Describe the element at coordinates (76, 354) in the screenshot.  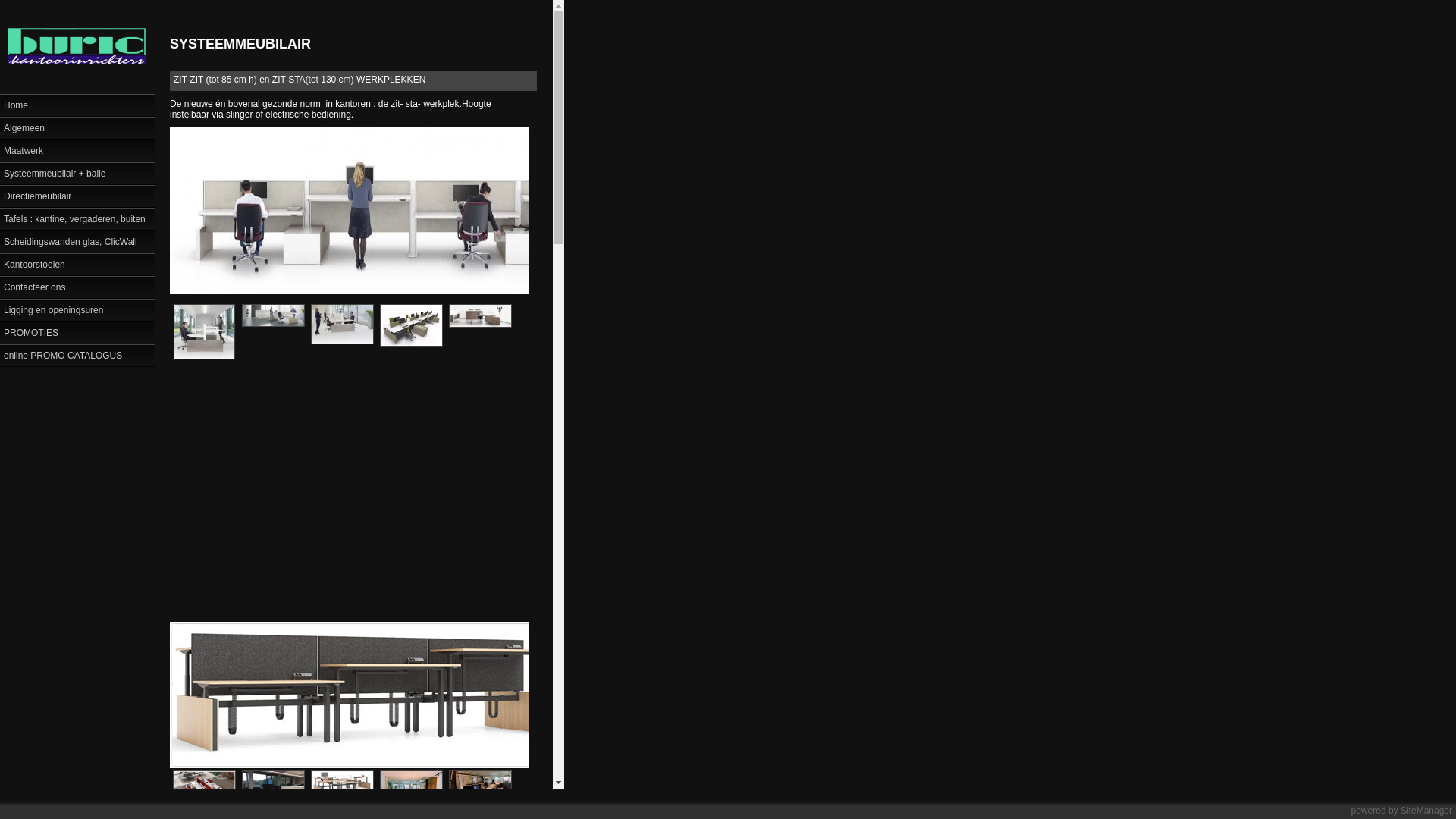
I see `'online PROMO CATALOGUS'` at that location.